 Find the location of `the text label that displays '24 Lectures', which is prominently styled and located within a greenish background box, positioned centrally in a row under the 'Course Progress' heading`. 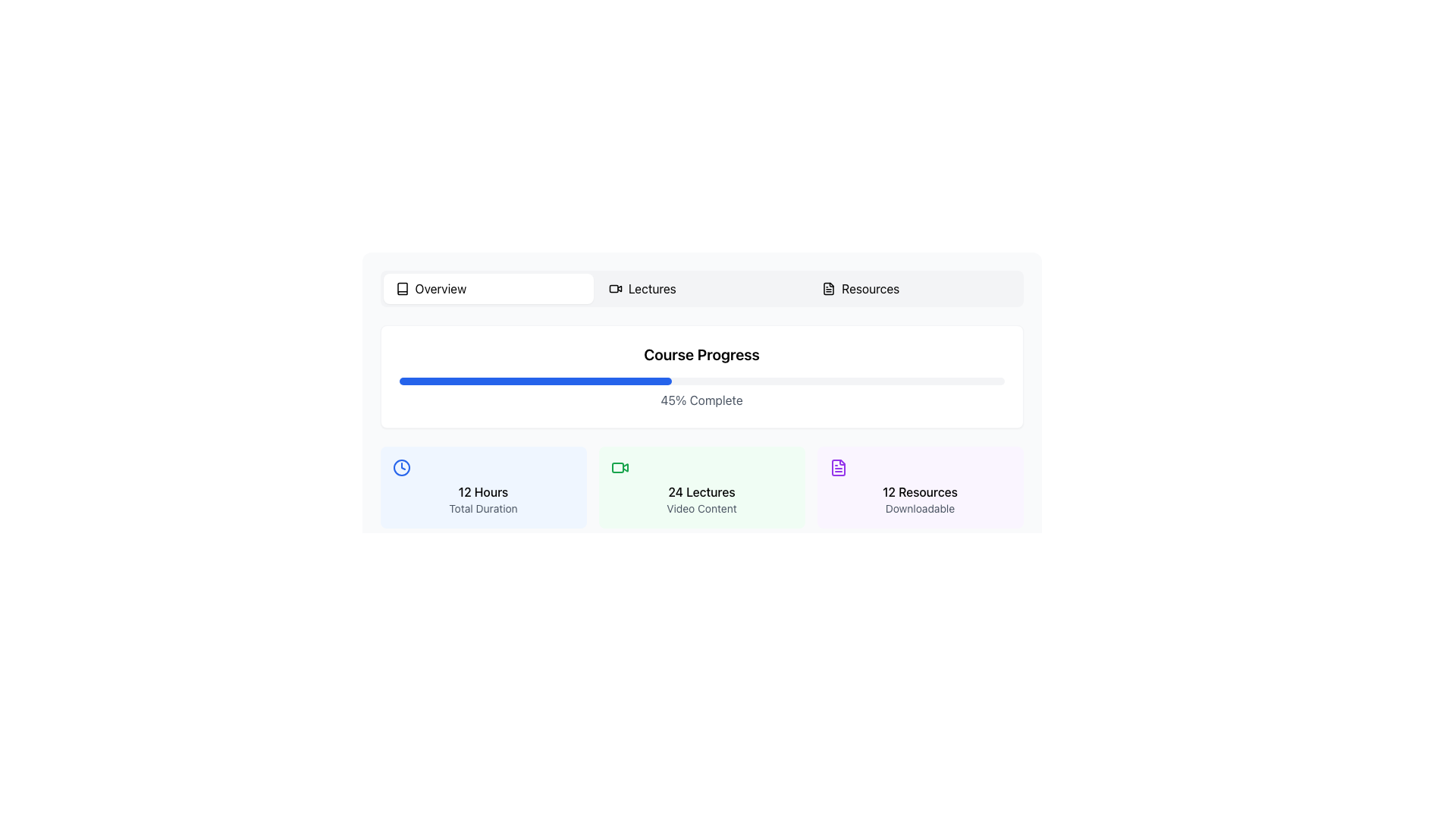

the text label that displays '24 Lectures', which is prominently styled and located within a greenish background box, positioned centrally in a row under the 'Course Progress' heading is located at coordinates (701, 491).